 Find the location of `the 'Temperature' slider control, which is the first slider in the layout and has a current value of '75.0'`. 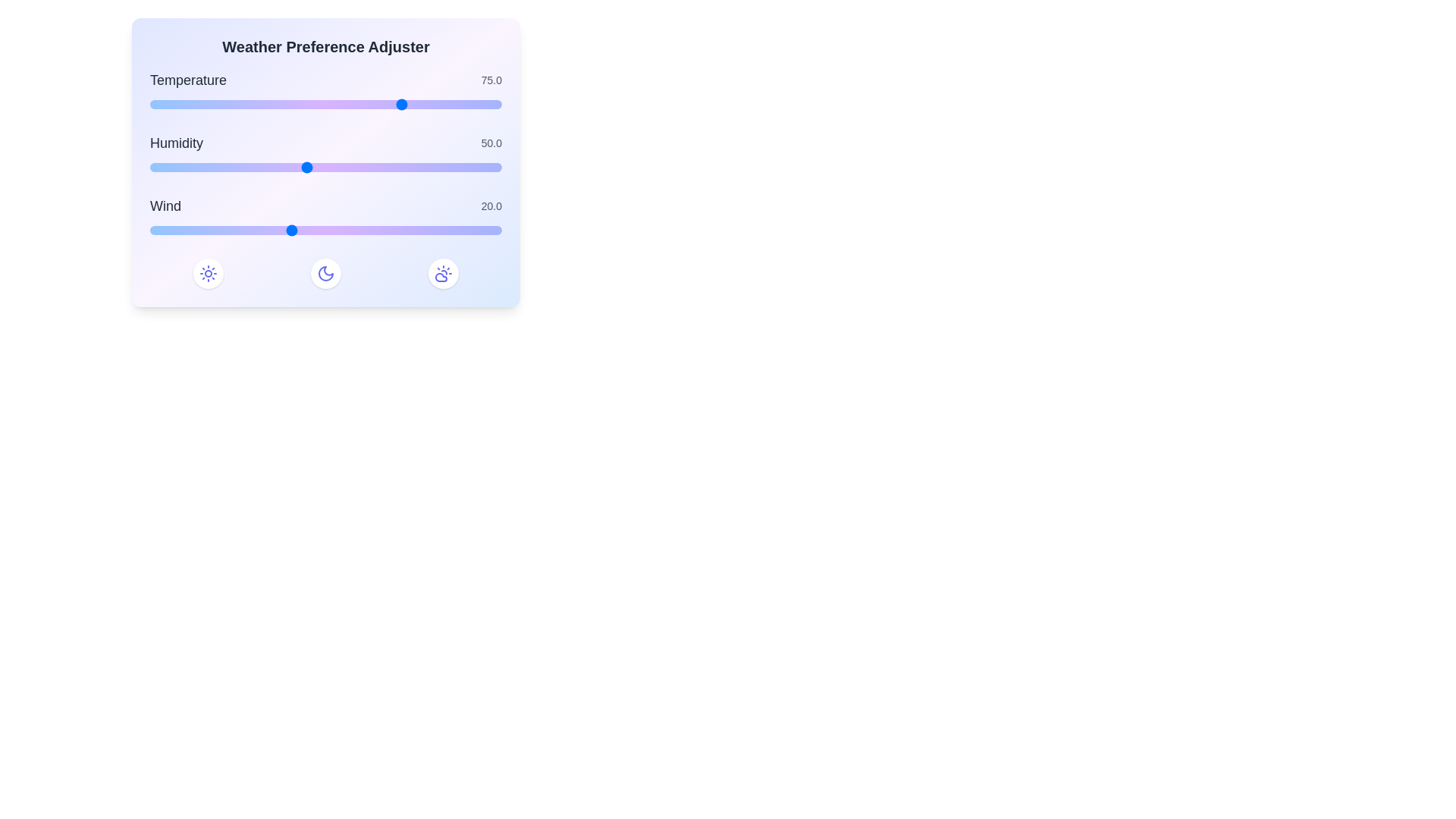

the 'Temperature' slider control, which is the first slider in the layout and has a current value of '75.0' is located at coordinates (325, 92).